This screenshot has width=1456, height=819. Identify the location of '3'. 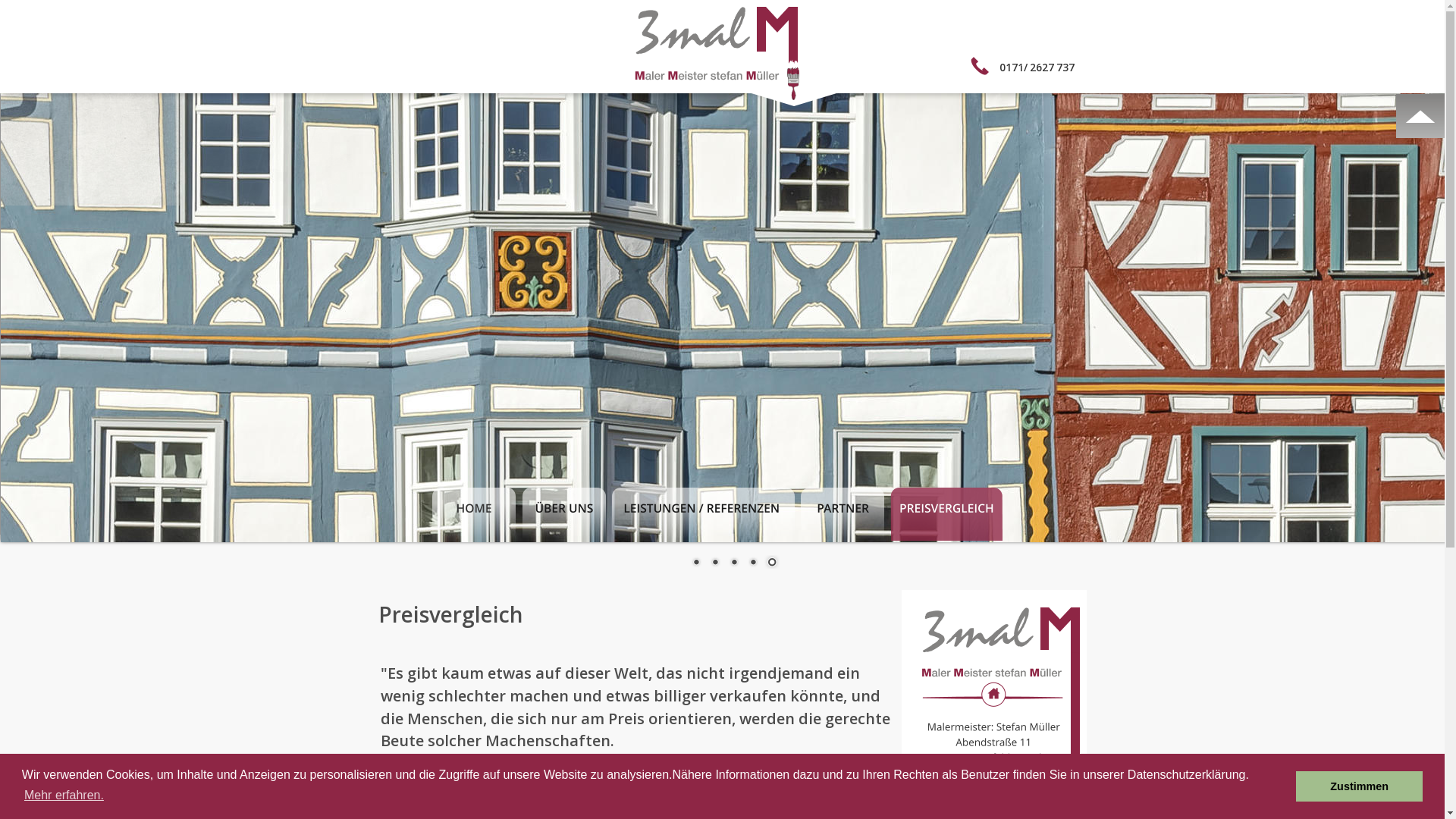
(733, 563).